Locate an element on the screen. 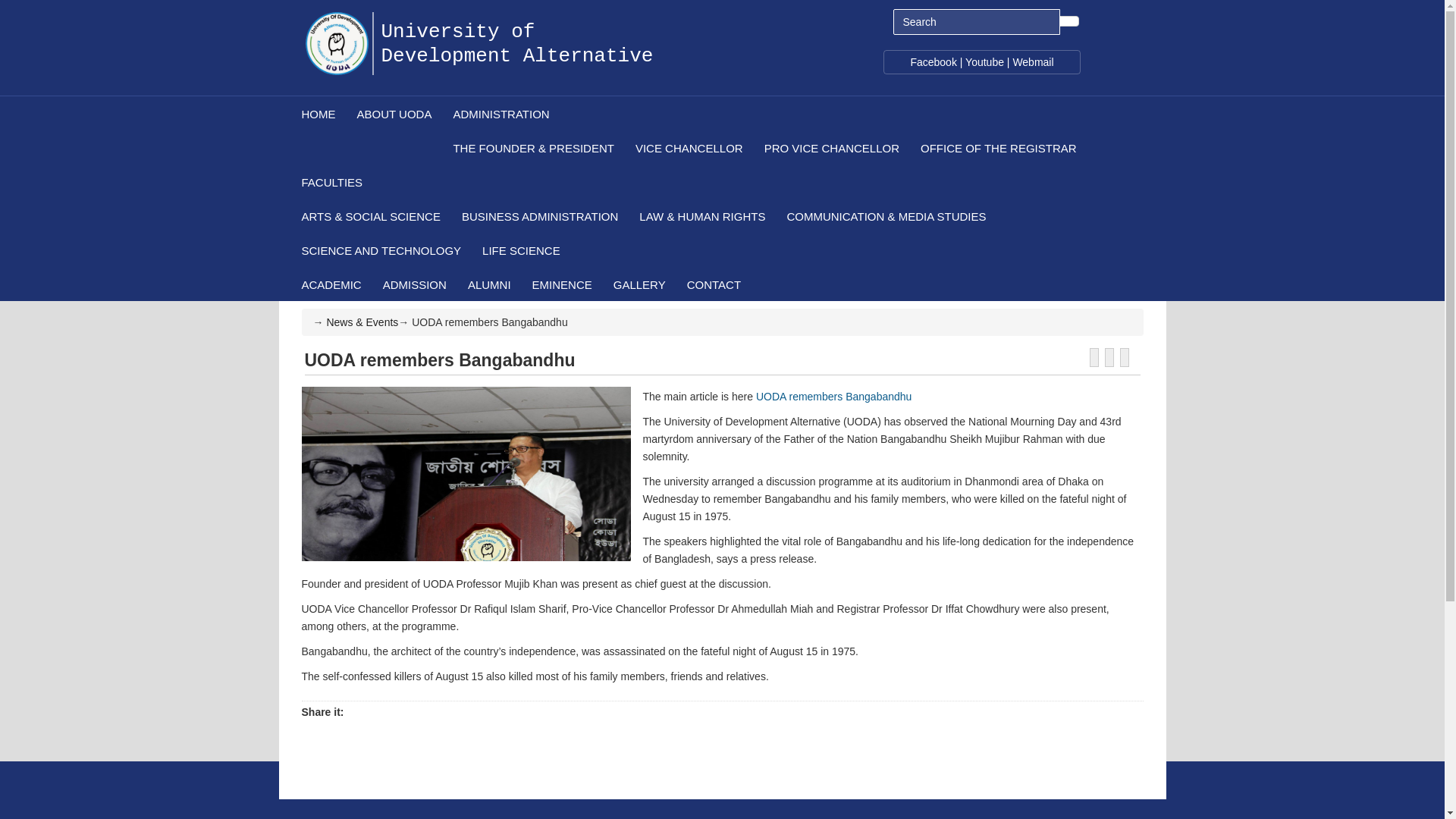 The height and width of the screenshot is (819, 1456). 'UODA remembers Bangabandhu' is located at coordinates (833, 396).